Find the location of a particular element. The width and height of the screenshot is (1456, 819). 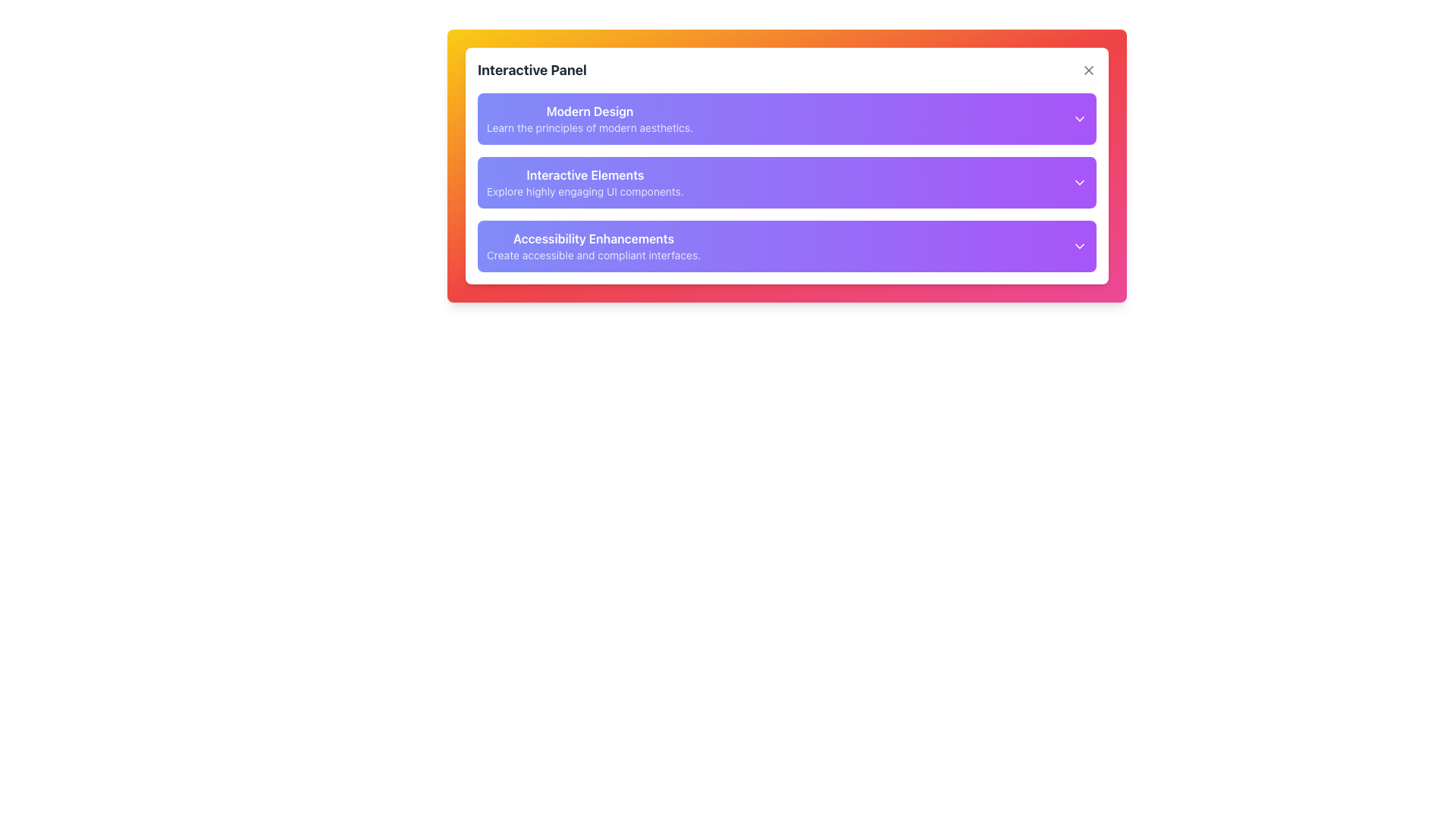

text label displaying 'Accessibility Enhancements' located in the purple rectangular area within the 'Interactive Panel' is located at coordinates (593, 239).